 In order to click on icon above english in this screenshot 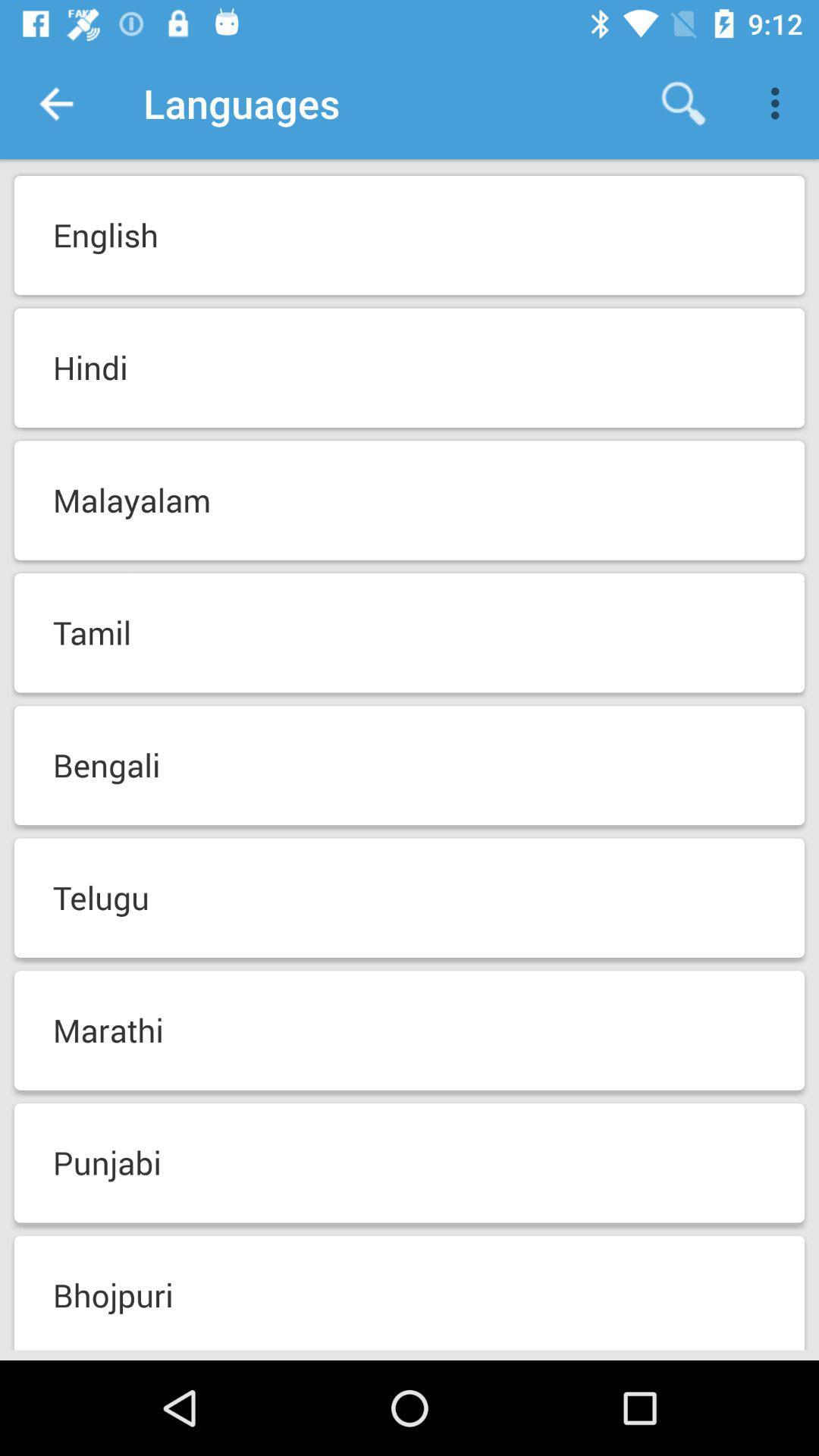, I will do `click(55, 102)`.